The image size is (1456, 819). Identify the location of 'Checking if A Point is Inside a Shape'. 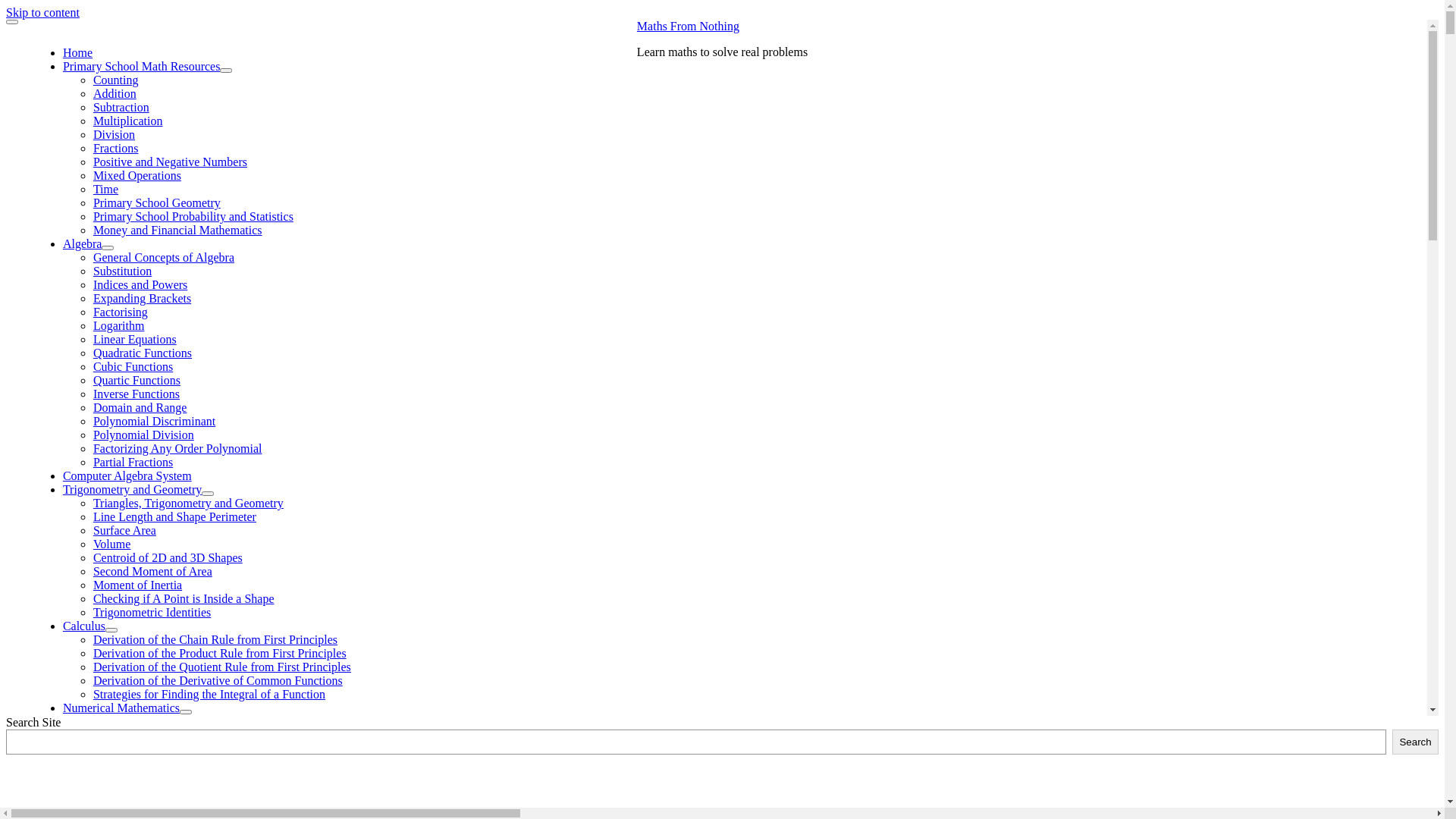
(183, 598).